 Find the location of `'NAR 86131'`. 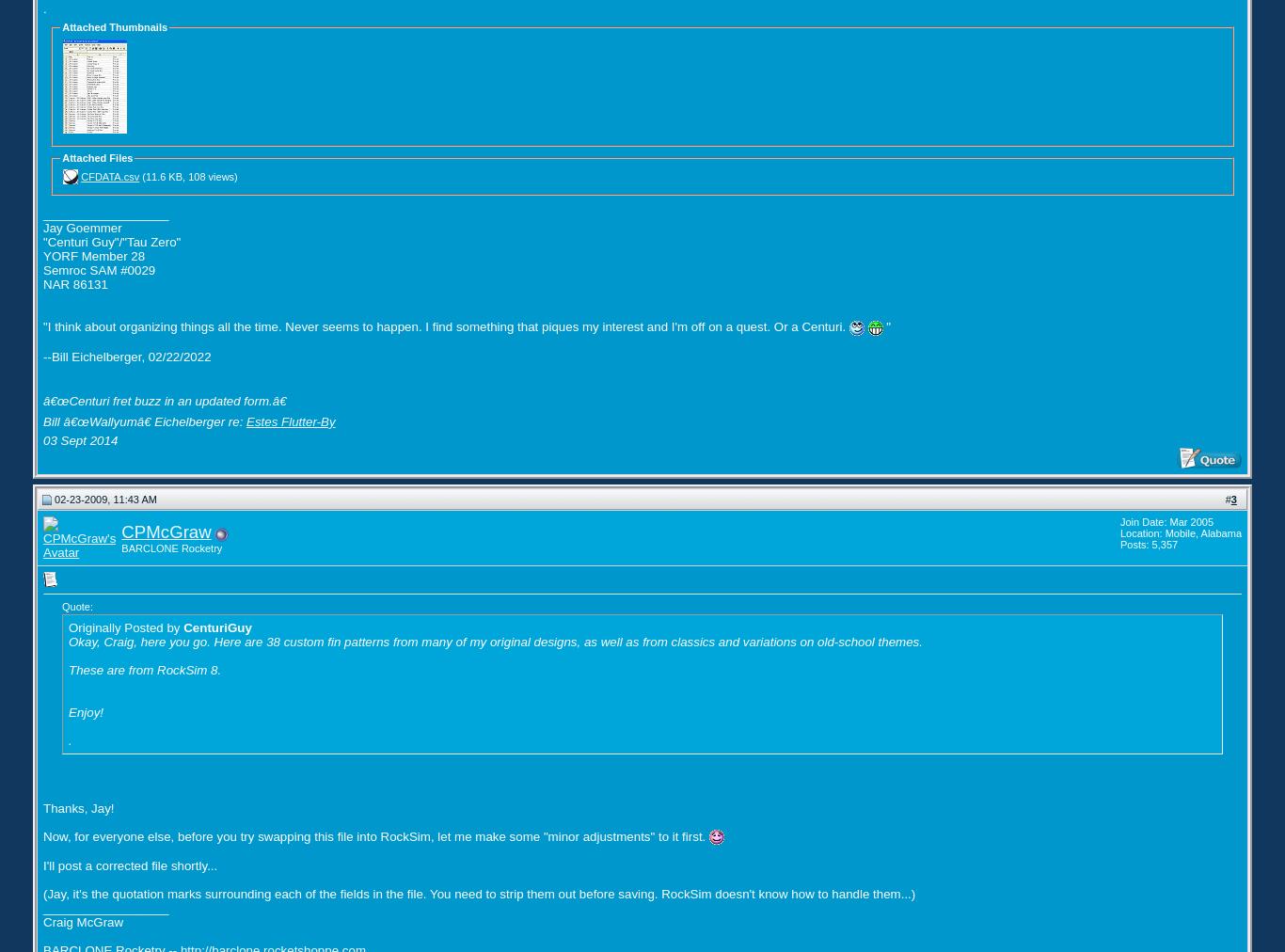

'NAR 86131' is located at coordinates (43, 283).